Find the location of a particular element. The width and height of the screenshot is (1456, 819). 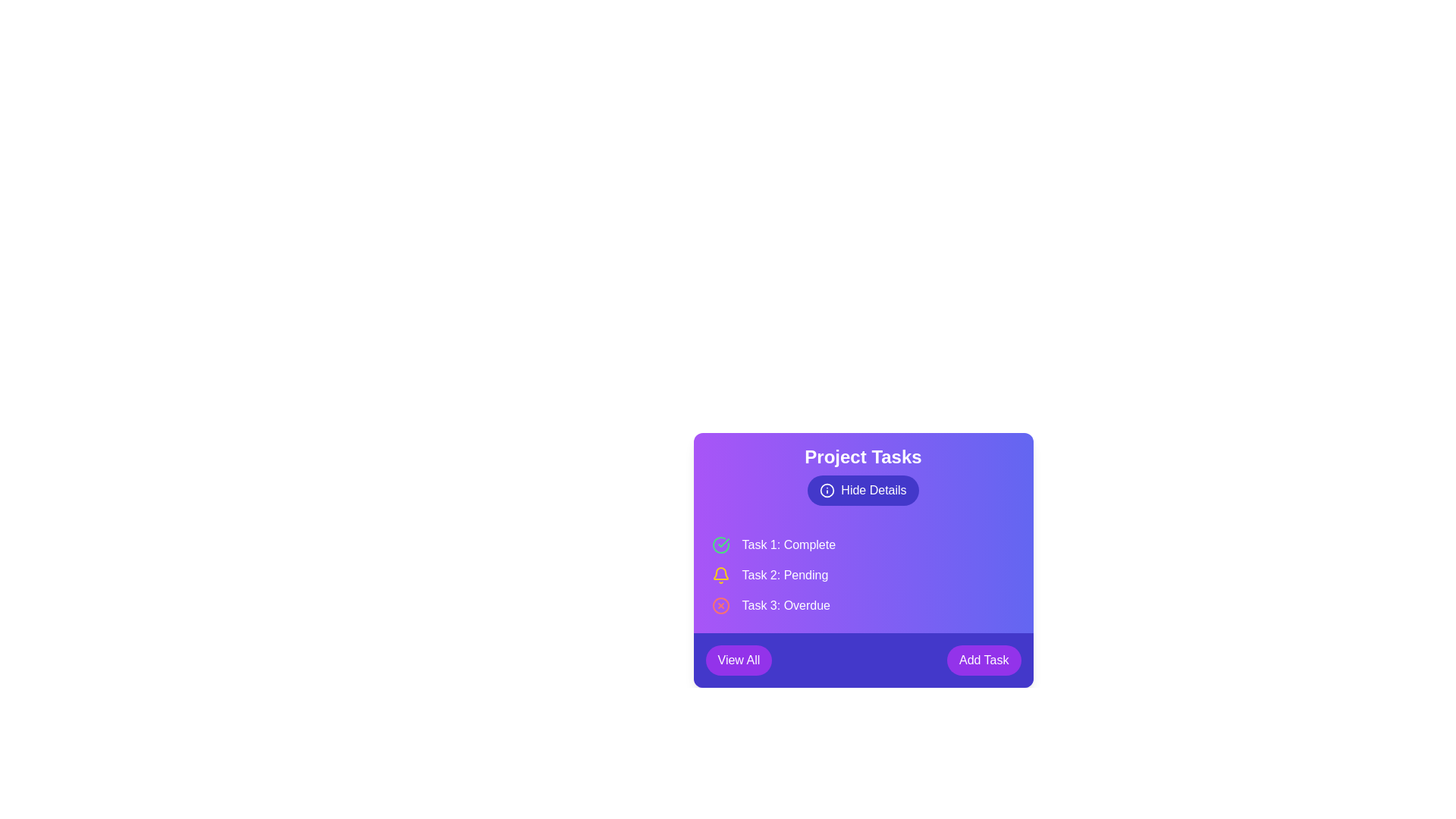

the confirmation icon with a green outline and tick mark located to the left of the text 'Task 1: Complete' in the 'Project Tasks' interface is located at coordinates (720, 544).